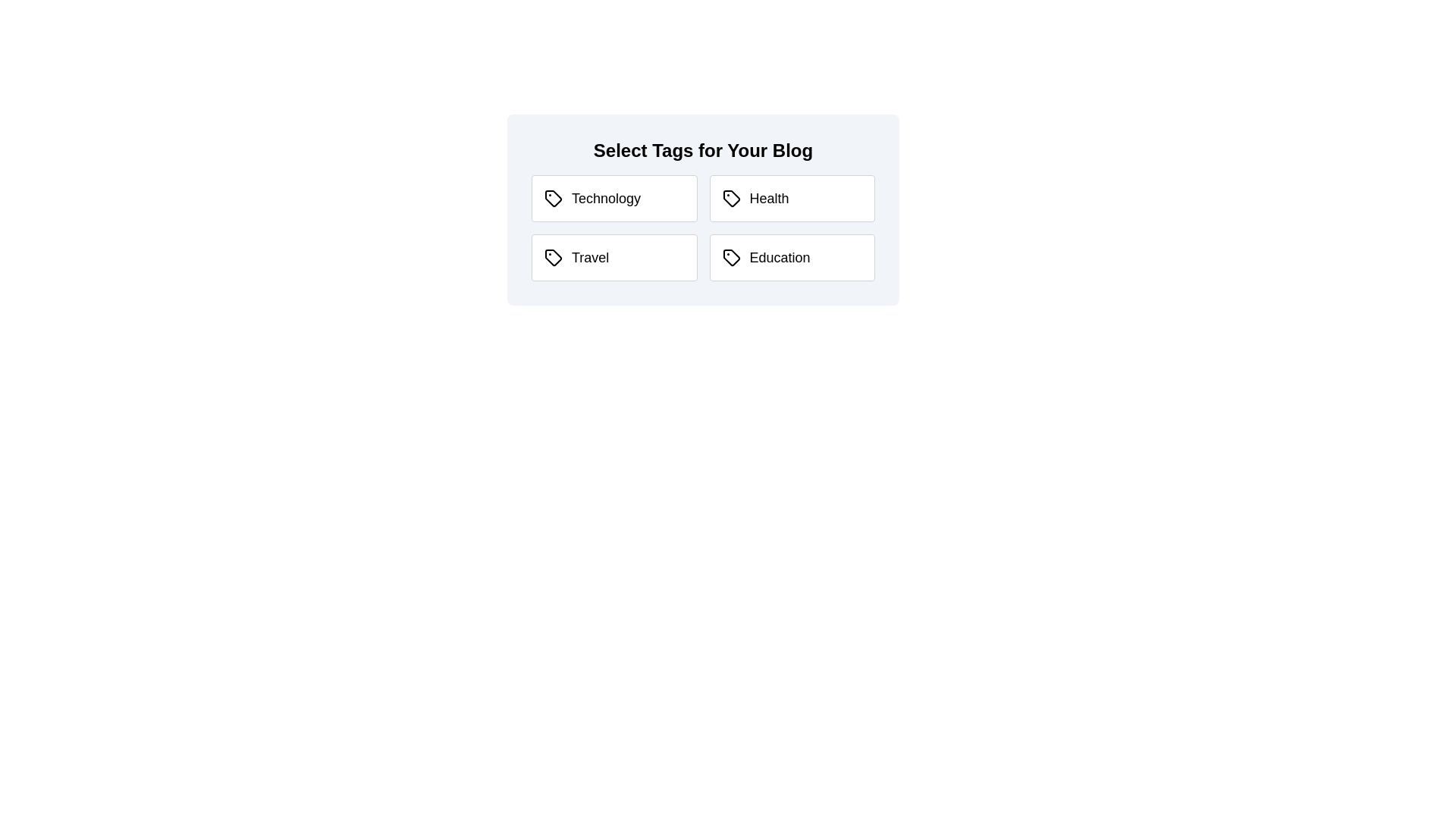 The width and height of the screenshot is (1456, 819). What do you see at coordinates (791, 256) in the screenshot?
I see `the tag Education to toggle its selection state` at bounding box center [791, 256].